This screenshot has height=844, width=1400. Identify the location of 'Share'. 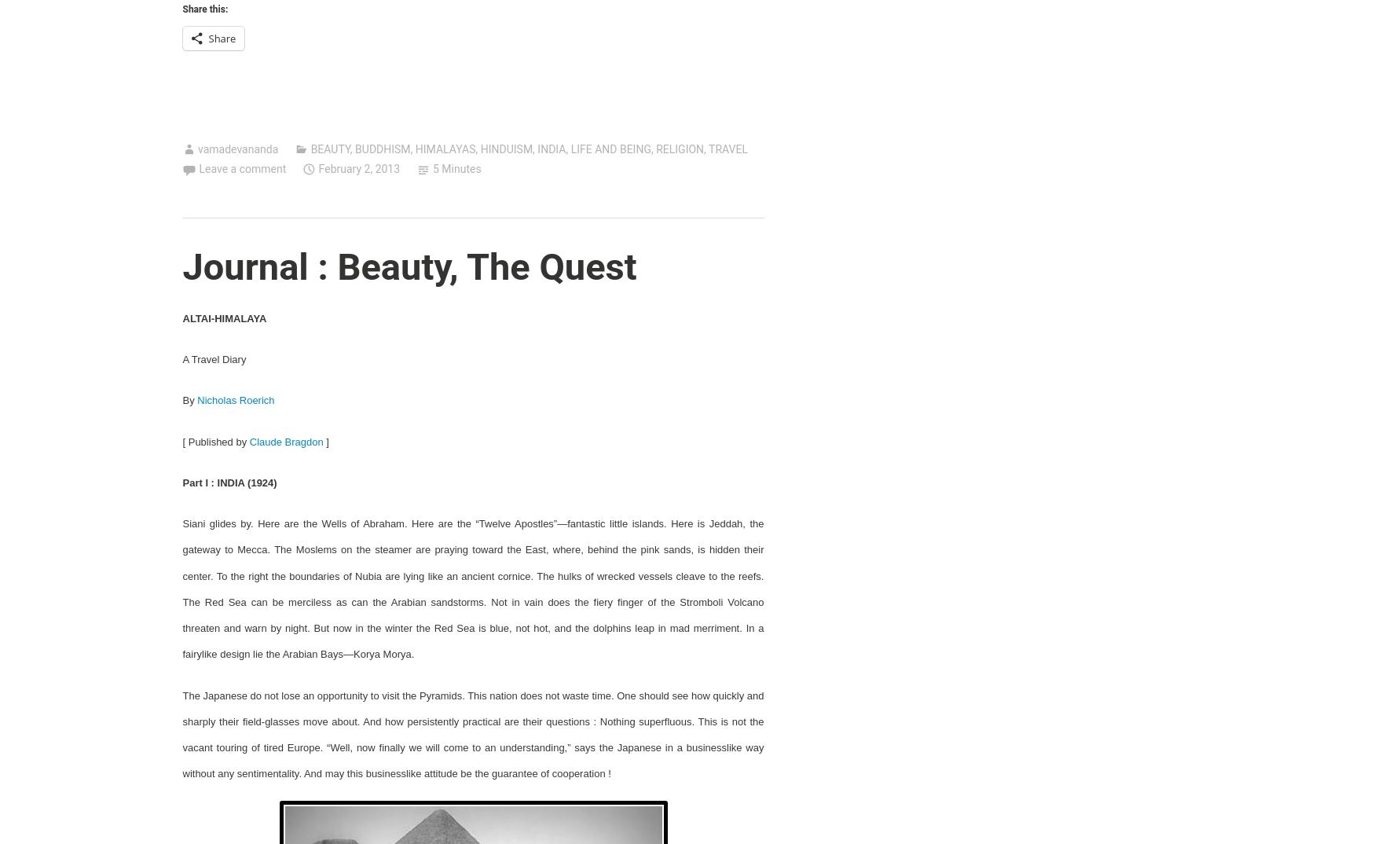
(221, 37).